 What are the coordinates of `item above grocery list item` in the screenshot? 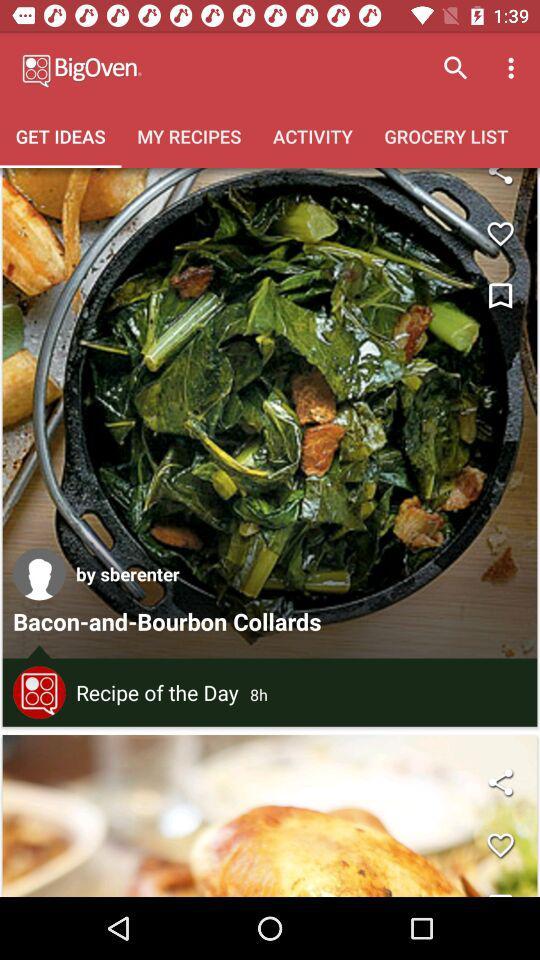 It's located at (513, 68).